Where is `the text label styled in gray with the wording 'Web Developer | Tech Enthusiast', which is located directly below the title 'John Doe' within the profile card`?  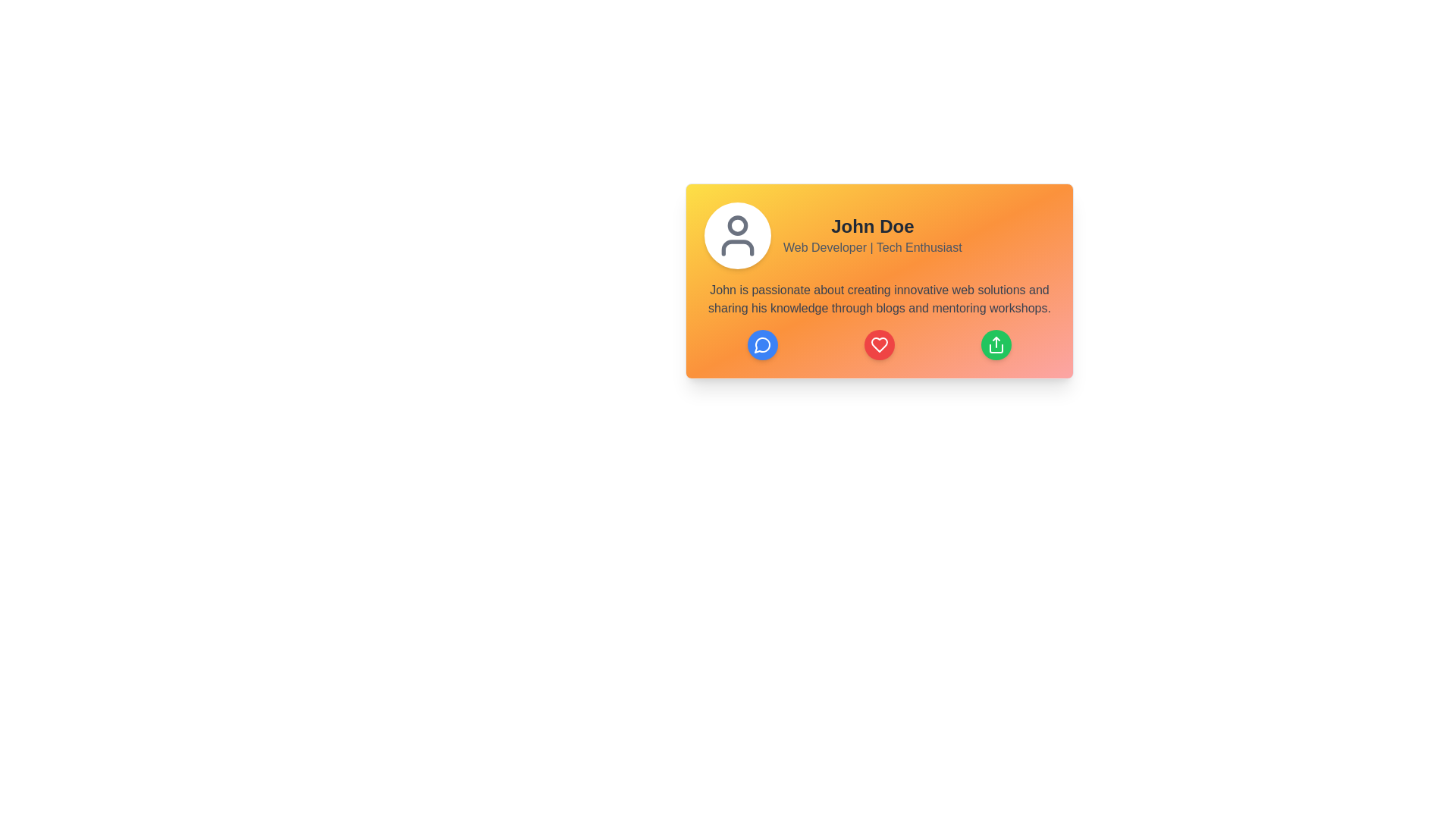
the text label styled in gray with the wording 'Web Developer | Tech Enthusiast', which is located directly below the title 'John Doe' within the profile card is located at coordinates (872, 247).